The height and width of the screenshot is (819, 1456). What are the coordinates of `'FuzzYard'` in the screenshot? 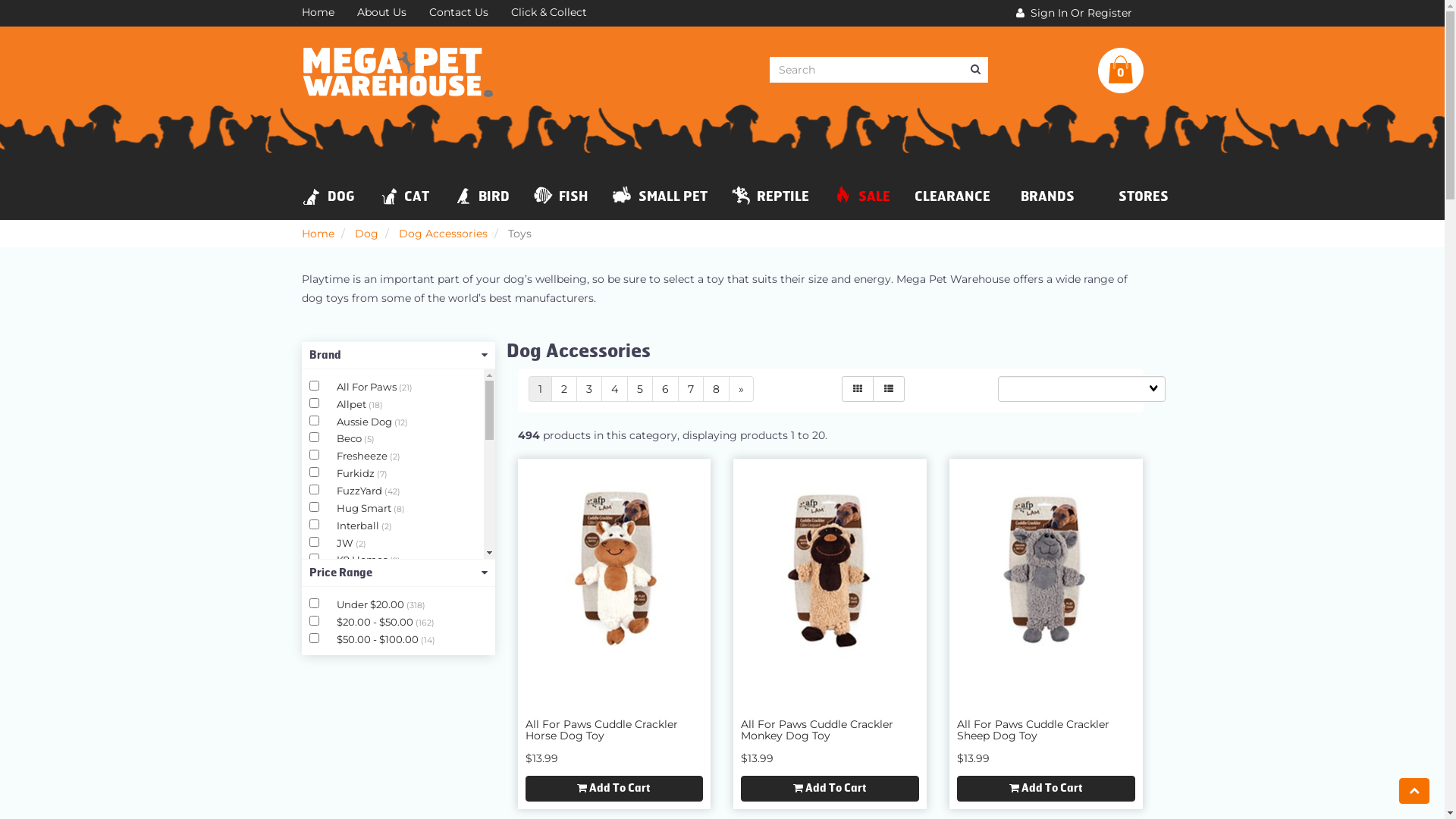 It's located at (359, 491).